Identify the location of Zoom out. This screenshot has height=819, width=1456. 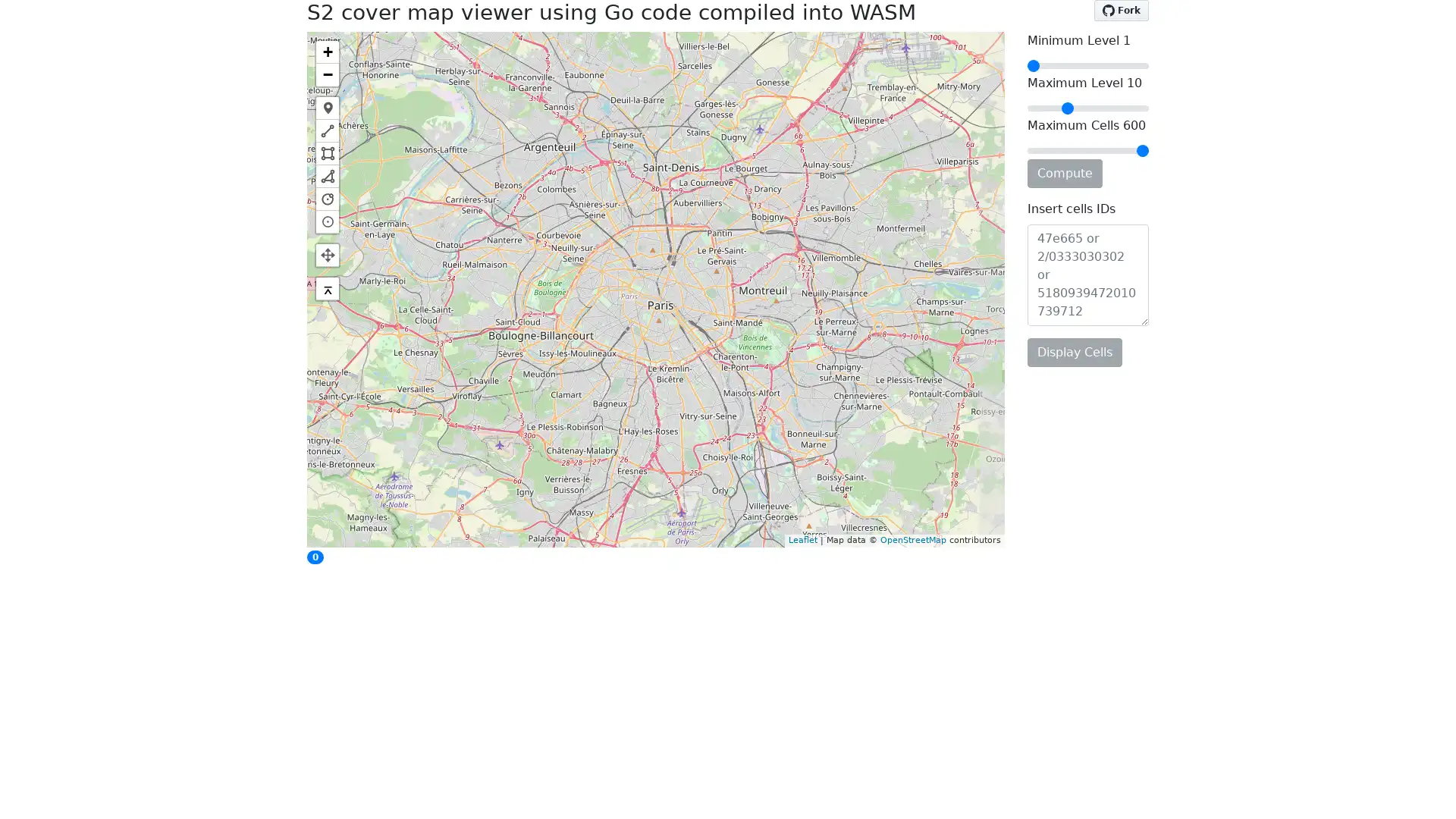
(327, 74).